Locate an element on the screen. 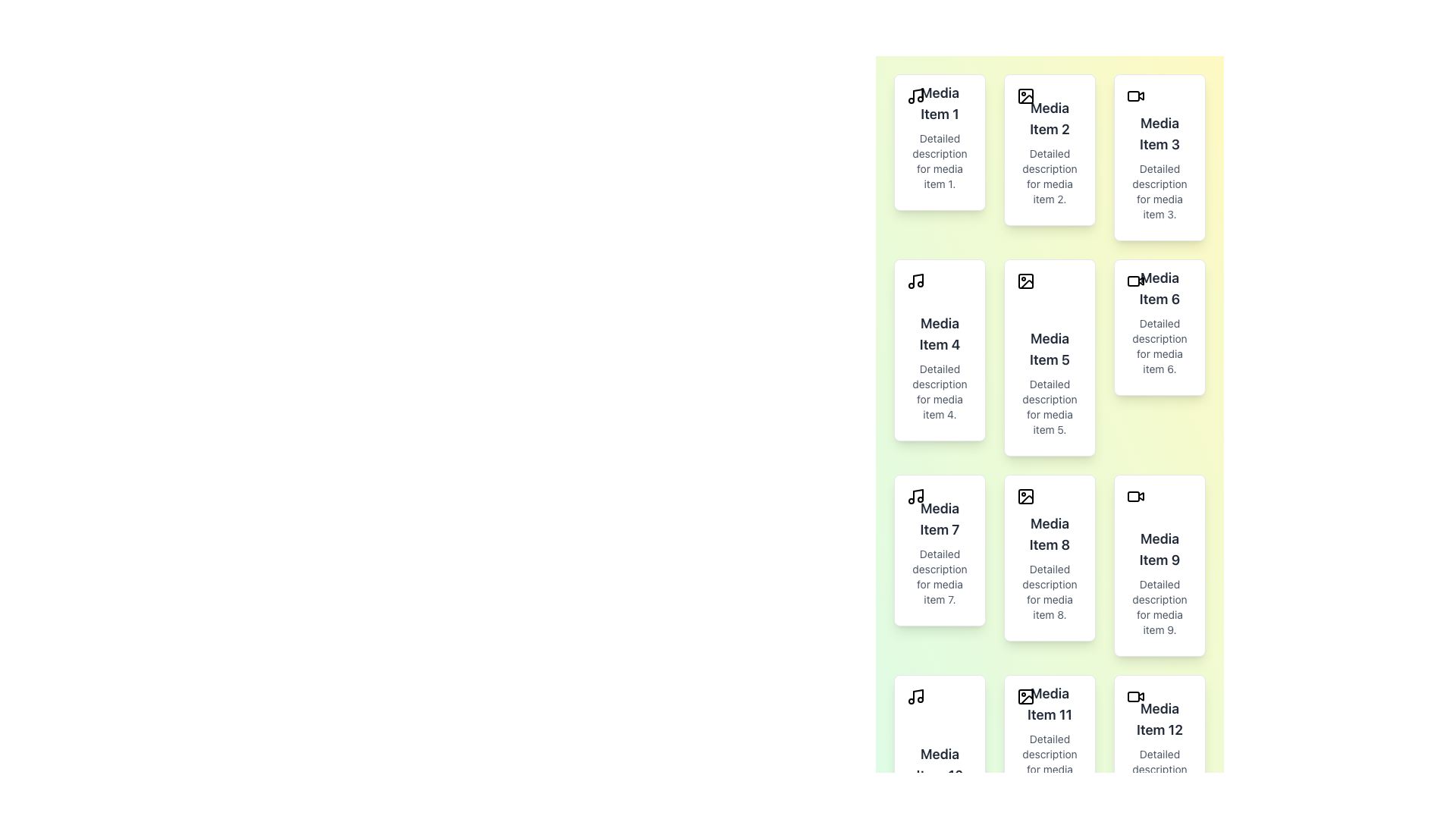 The height and width of the screenshot is (819, 1456). the video camera icon located at the top-left corner inside the 'Media Item 9' card, which has a minimalist, outlined design in black and white is located at coordinates (1135, 497).